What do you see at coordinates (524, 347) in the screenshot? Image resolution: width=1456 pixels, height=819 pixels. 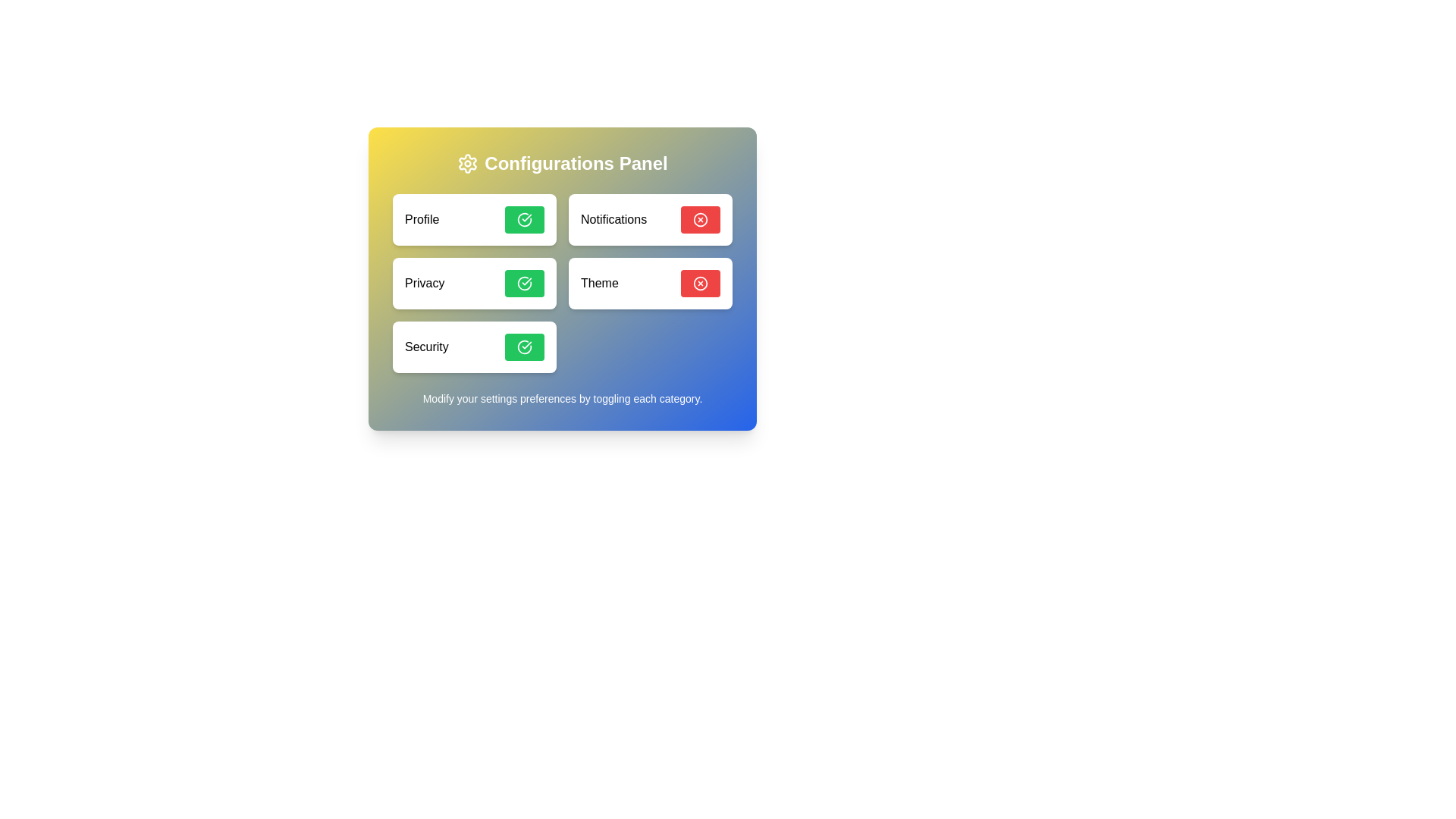 I see `the check mark icon within the 'Security' section, which indicates the activation status of the 'Security' feature` at bounding box center [524, 347].